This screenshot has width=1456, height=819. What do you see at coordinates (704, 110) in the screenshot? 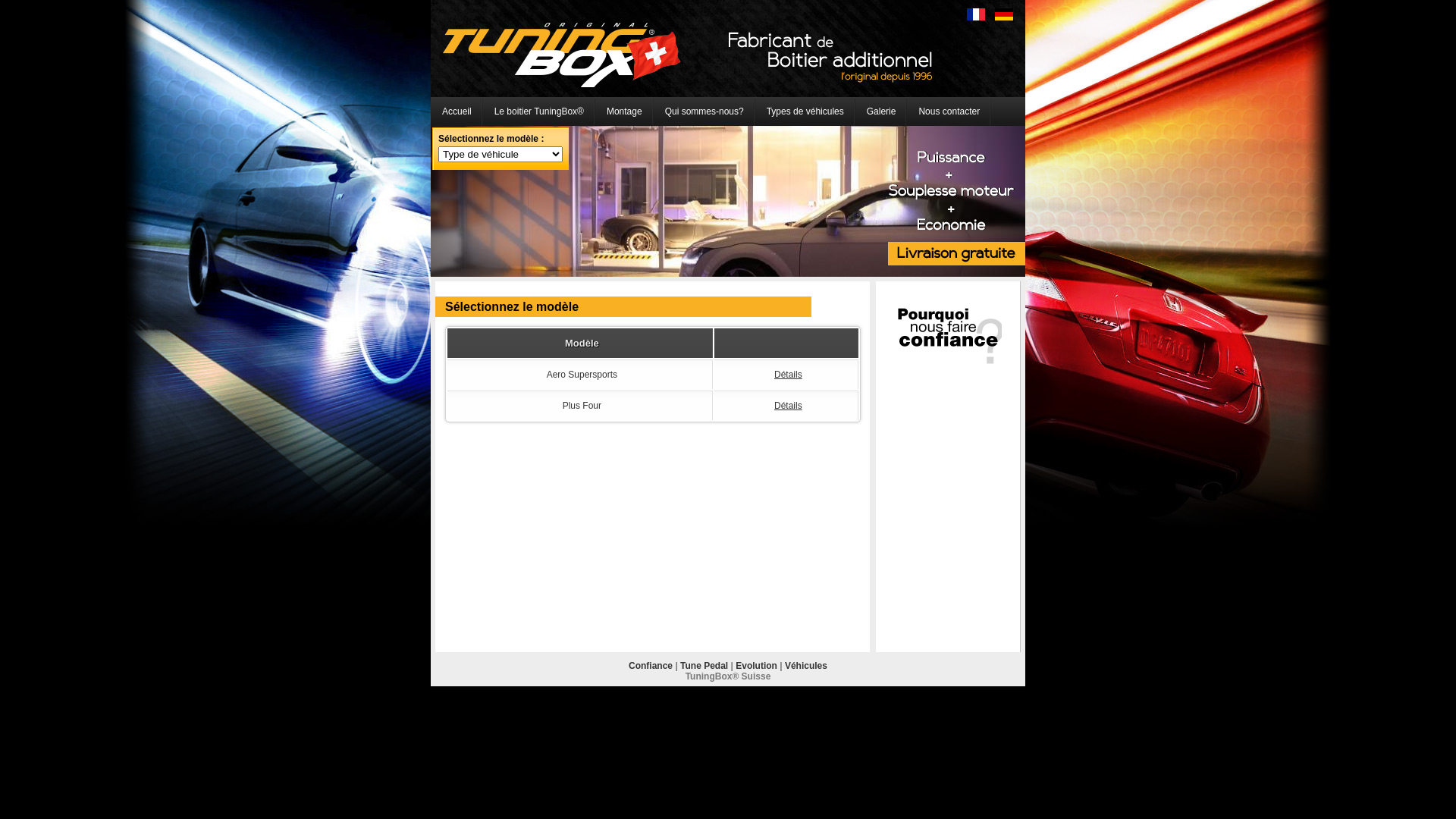
I see `'Qui sommes-nous?'` at bounding box center [704, 110].